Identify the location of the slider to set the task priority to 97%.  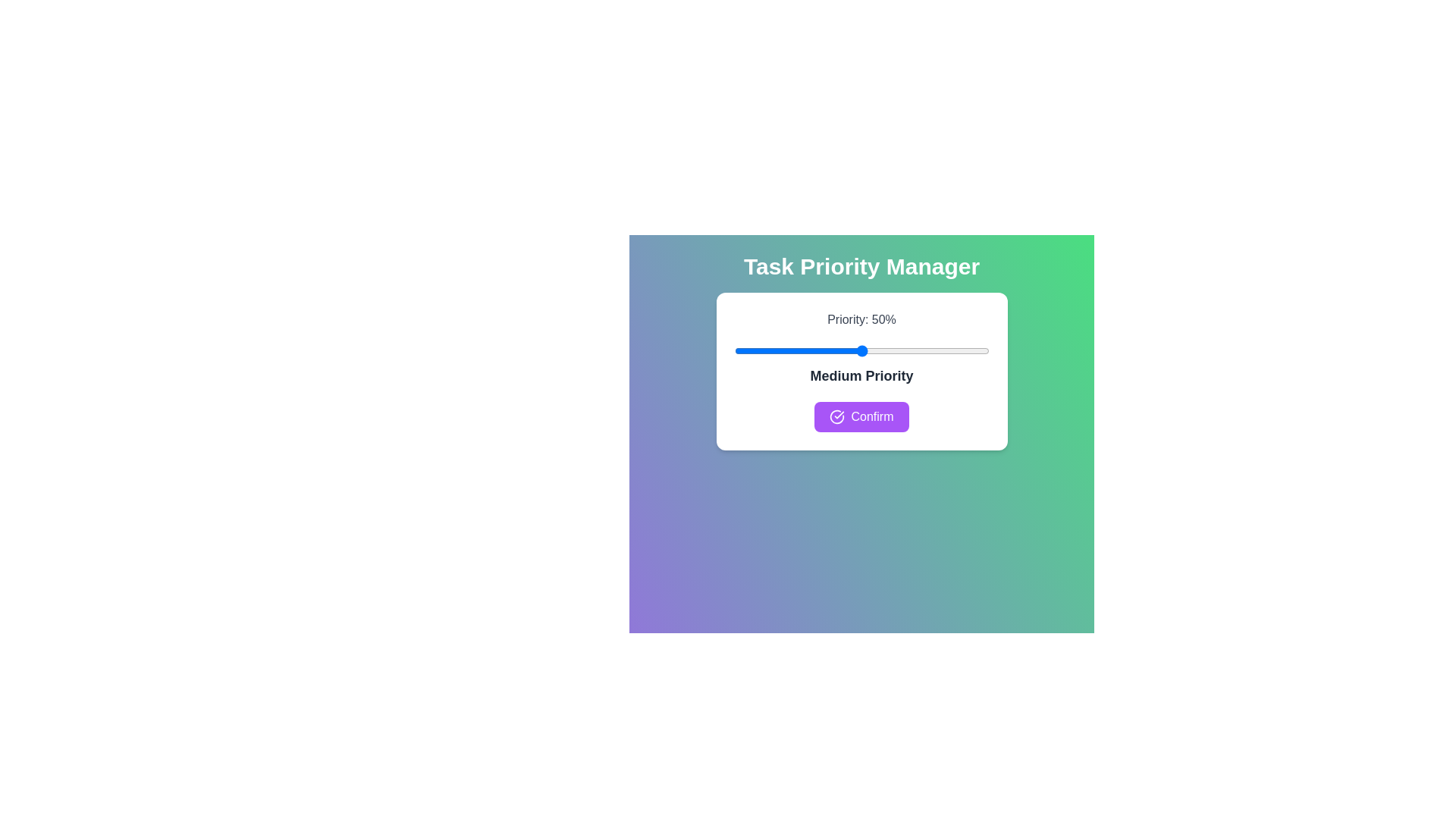
(981, 350).